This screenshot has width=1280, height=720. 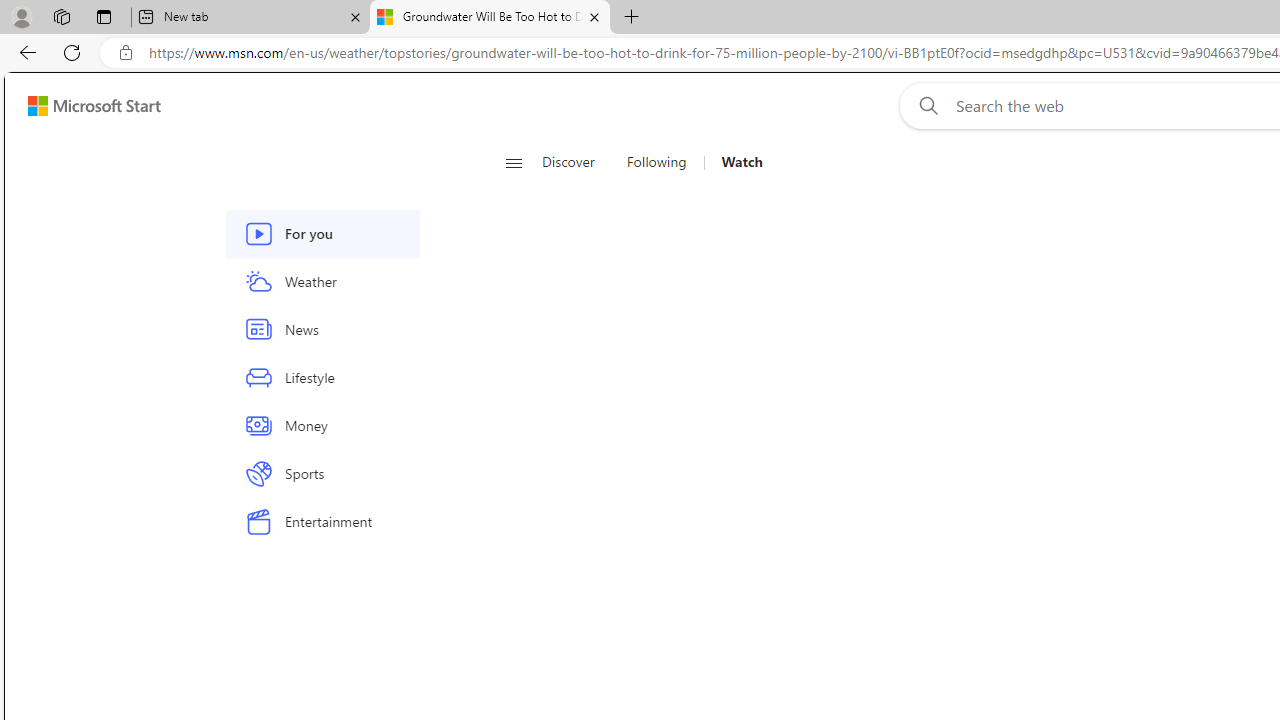 I want to click on 'Skip to footer', so click(x=81, y=105).